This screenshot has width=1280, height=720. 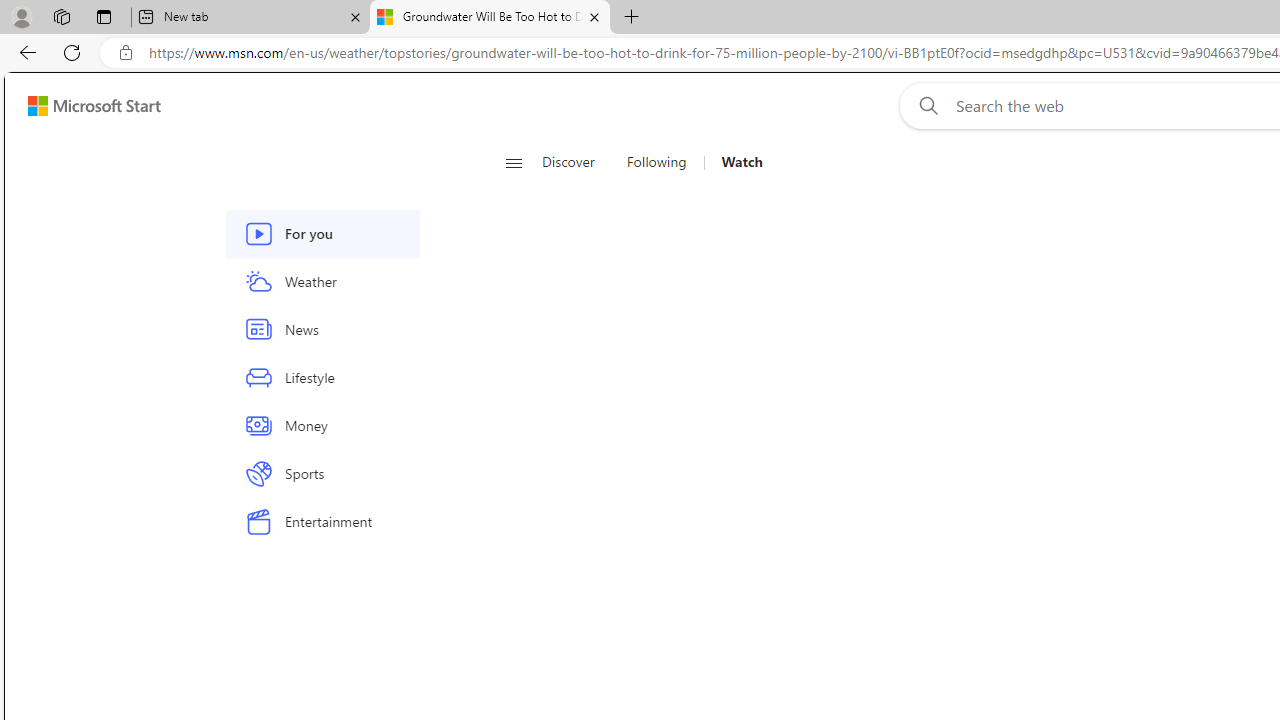 I want to click on 'Skip to footer', so click(x=81, y=105).